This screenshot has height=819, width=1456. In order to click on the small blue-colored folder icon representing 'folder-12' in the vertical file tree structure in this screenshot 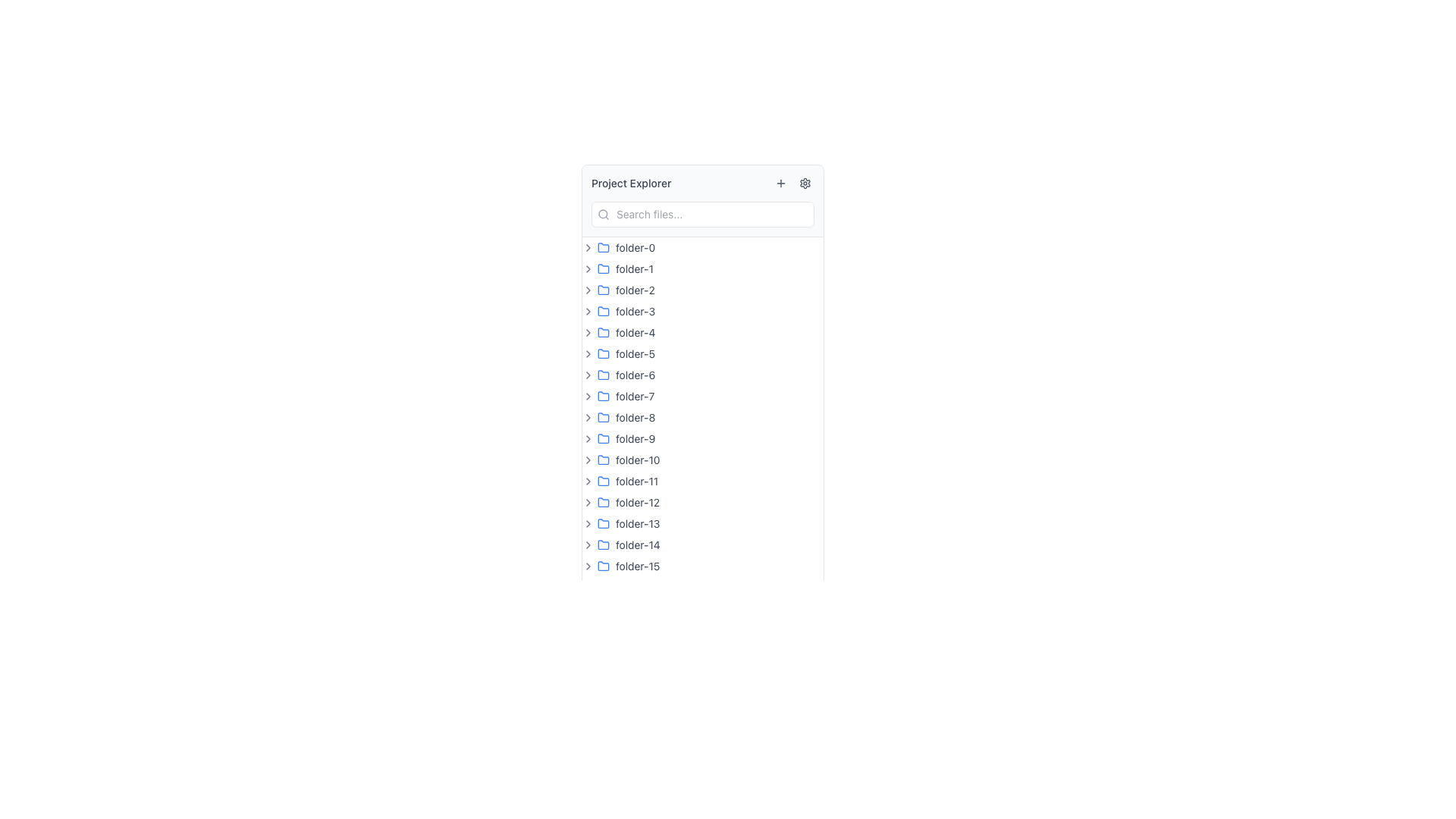, I will do `click(603, 503)`.